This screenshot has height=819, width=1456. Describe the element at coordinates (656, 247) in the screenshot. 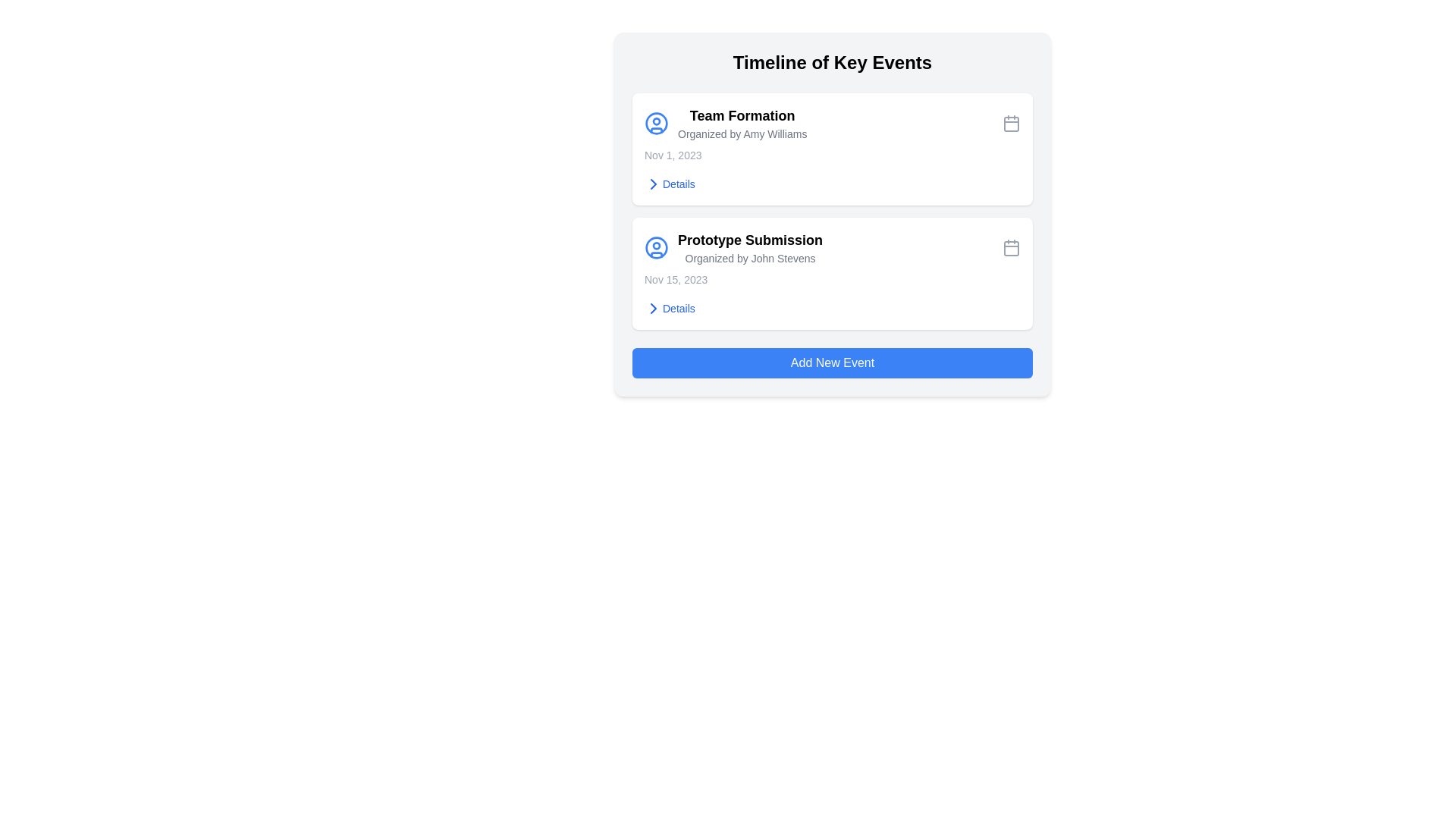

I see `the circular user icon with a thin blue outline and a profile symbol inside, located at the top-left corner of the 'Prototype Submission' card in the 'Timeline of Key Events' section` at that location.